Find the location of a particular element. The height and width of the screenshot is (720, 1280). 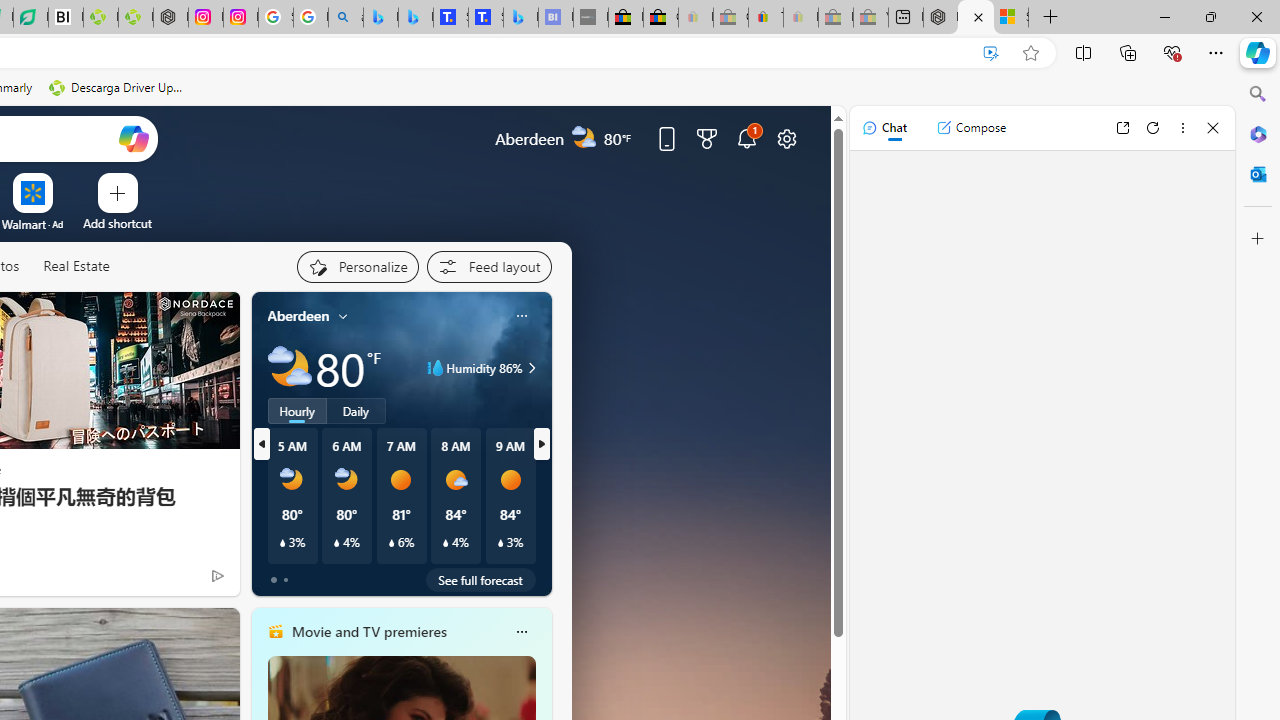

'Class: weather-arrow-glyph' is located at coordinates (531, 367).